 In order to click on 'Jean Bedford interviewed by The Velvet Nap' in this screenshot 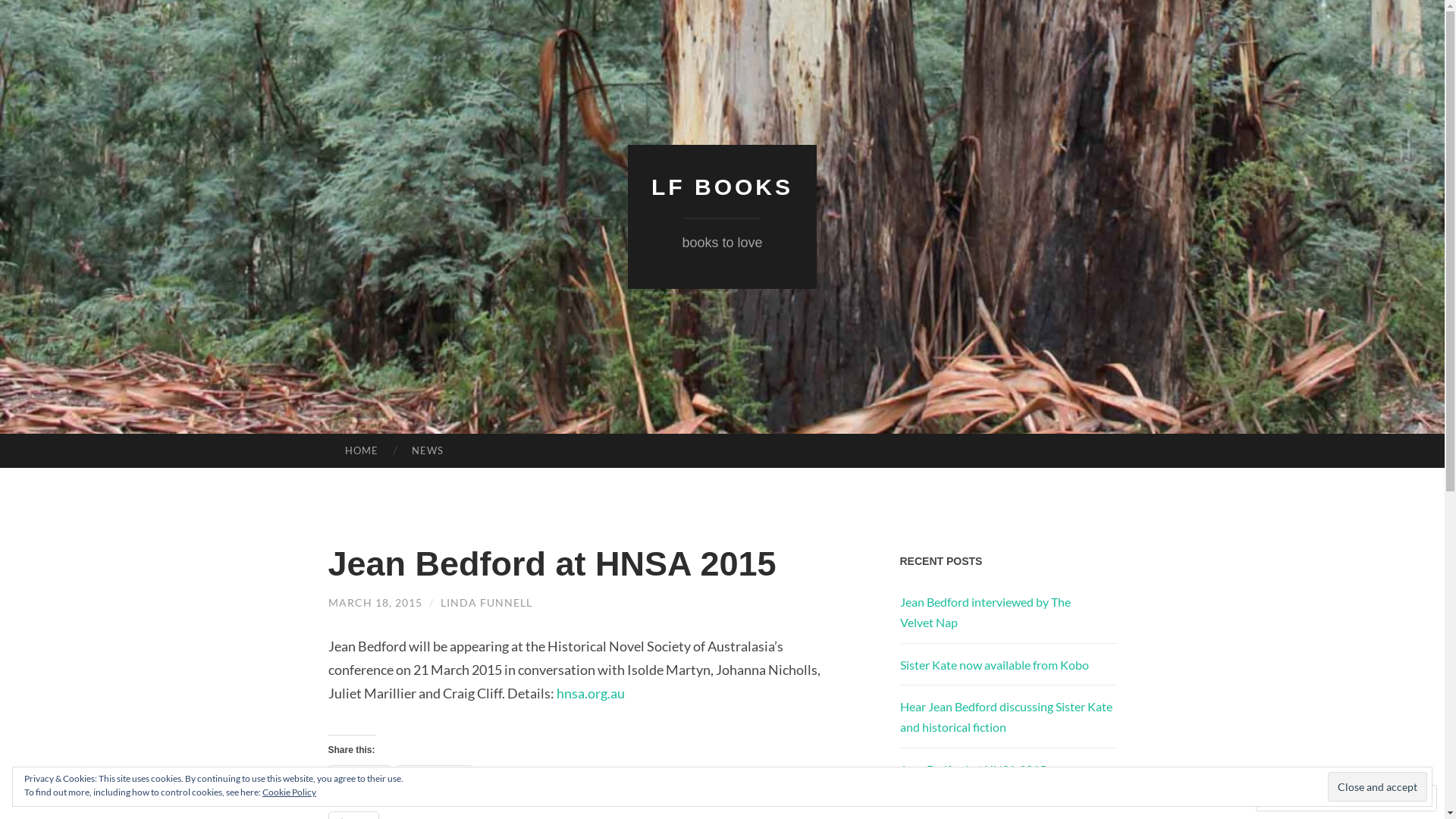, I will do `click(899, 610)`.